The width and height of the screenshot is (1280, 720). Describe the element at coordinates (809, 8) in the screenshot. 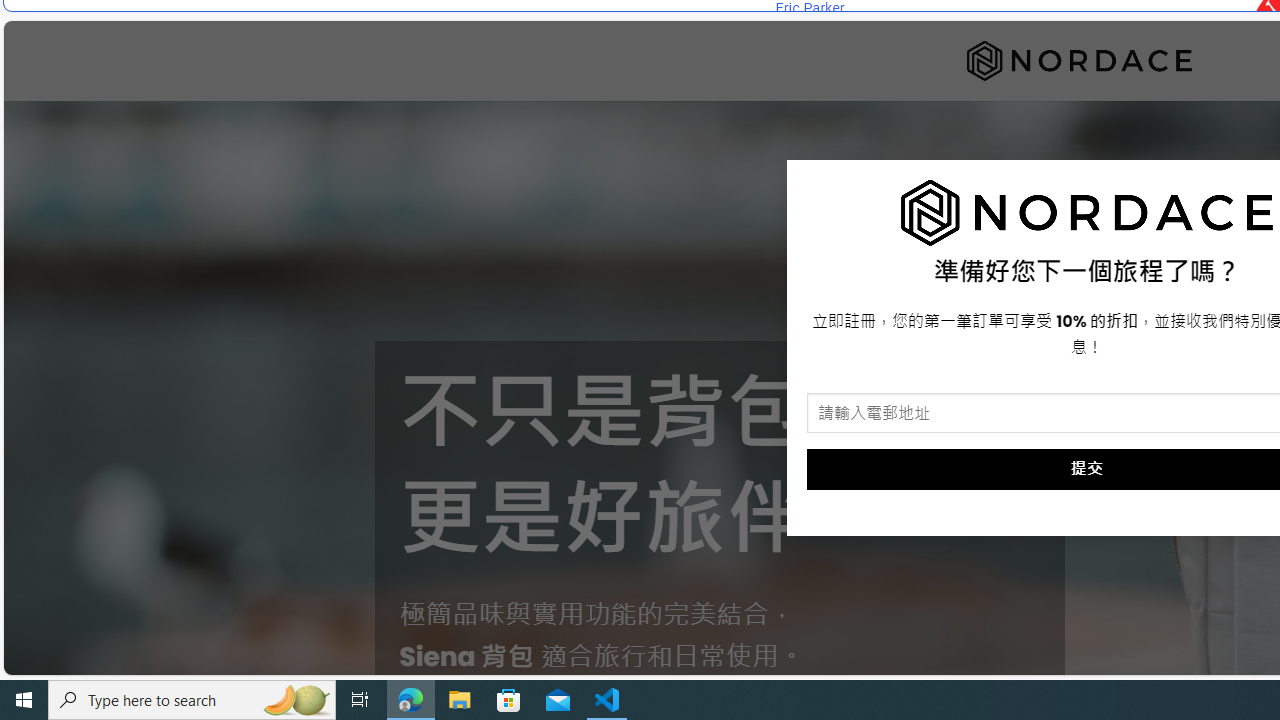

I see `'Eric Parker'` at that location.